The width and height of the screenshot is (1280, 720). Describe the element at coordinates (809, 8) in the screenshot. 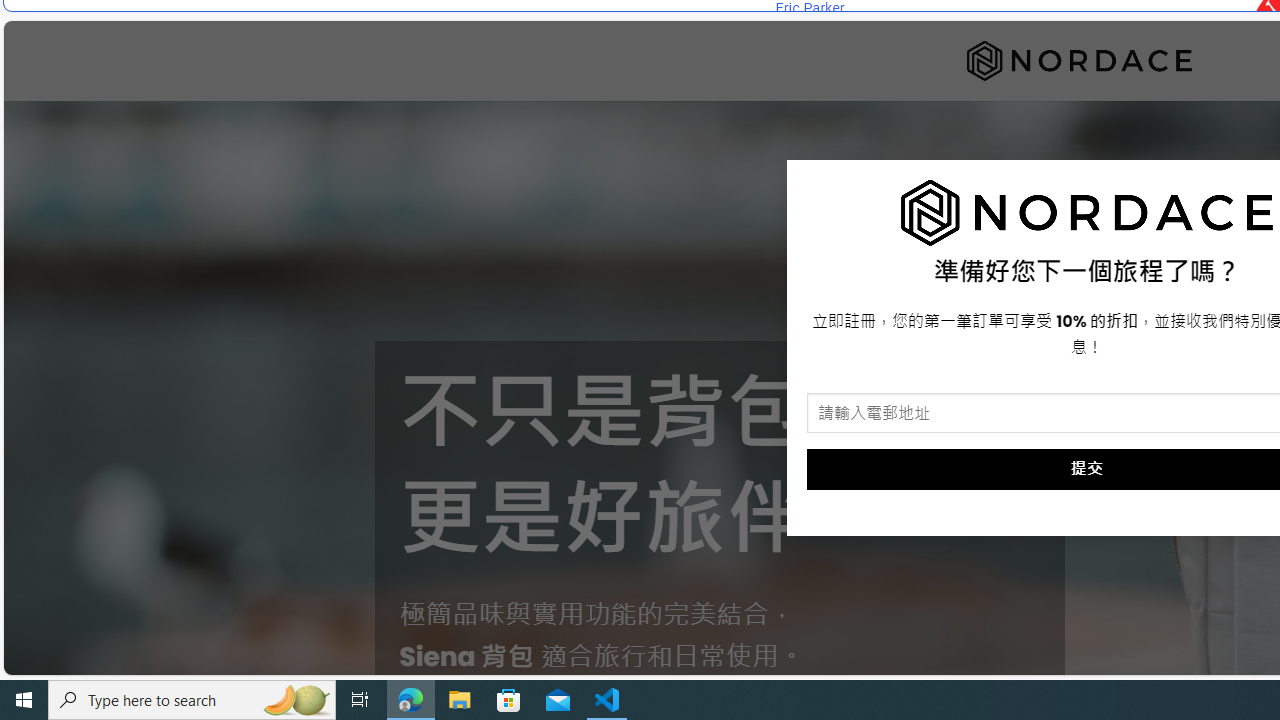

I see `'Eric Parker'` at that location.